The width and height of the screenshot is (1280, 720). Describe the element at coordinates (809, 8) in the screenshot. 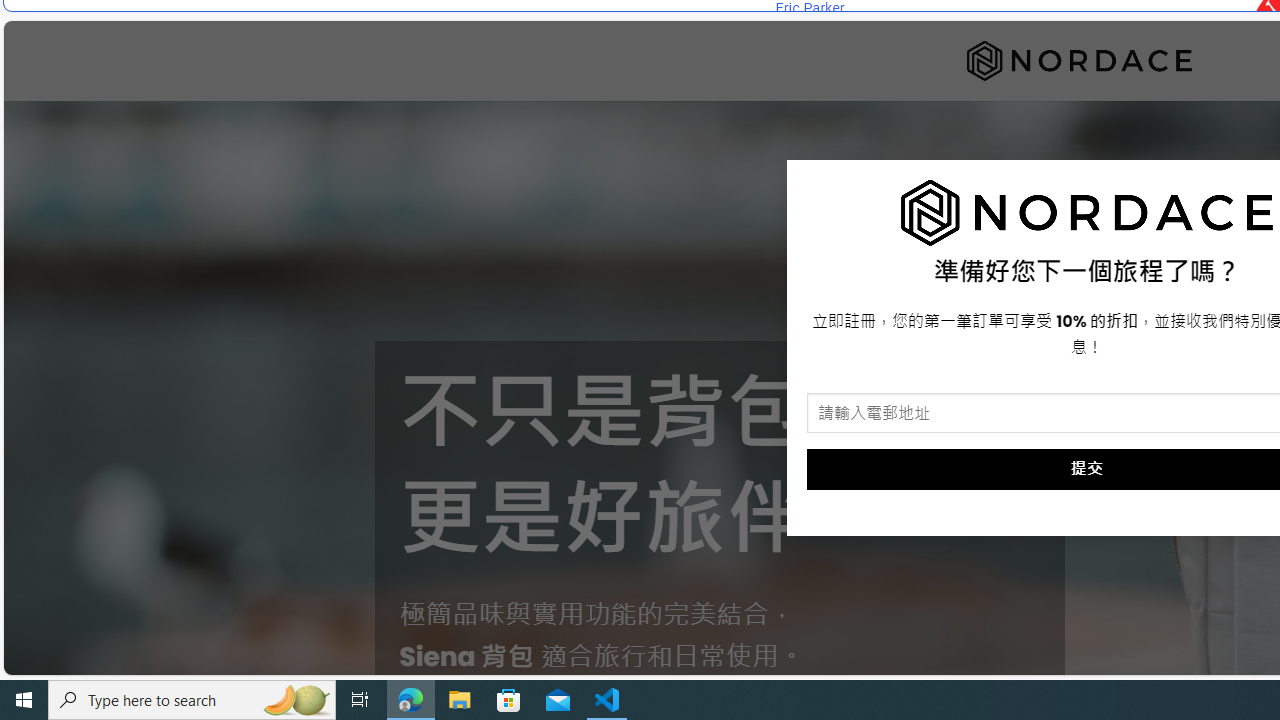

I see `'Eric Parker'` at that location.